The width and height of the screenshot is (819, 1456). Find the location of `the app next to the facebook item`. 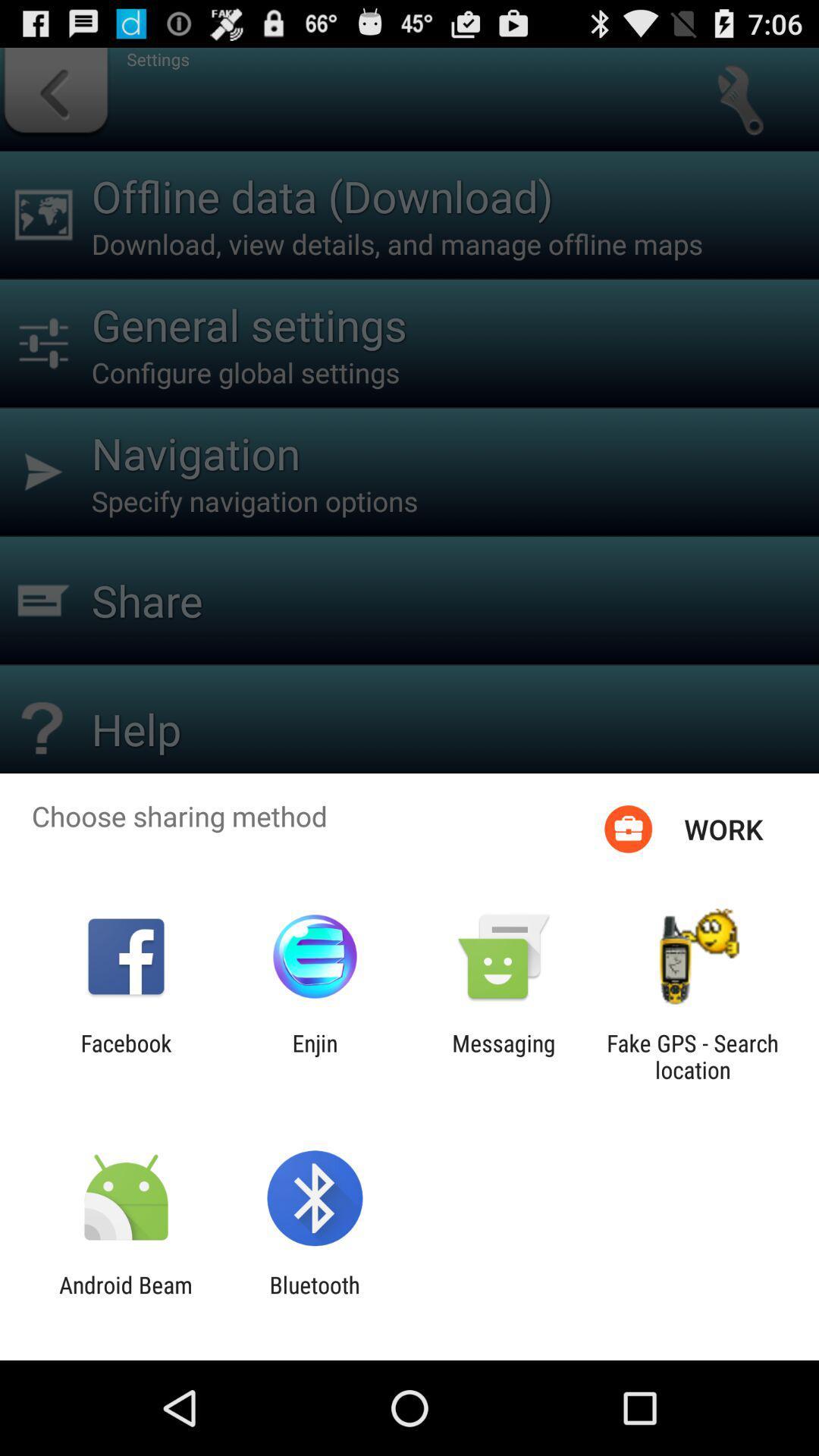

the app next to the facebook item is located at coordinates (314, 1056).